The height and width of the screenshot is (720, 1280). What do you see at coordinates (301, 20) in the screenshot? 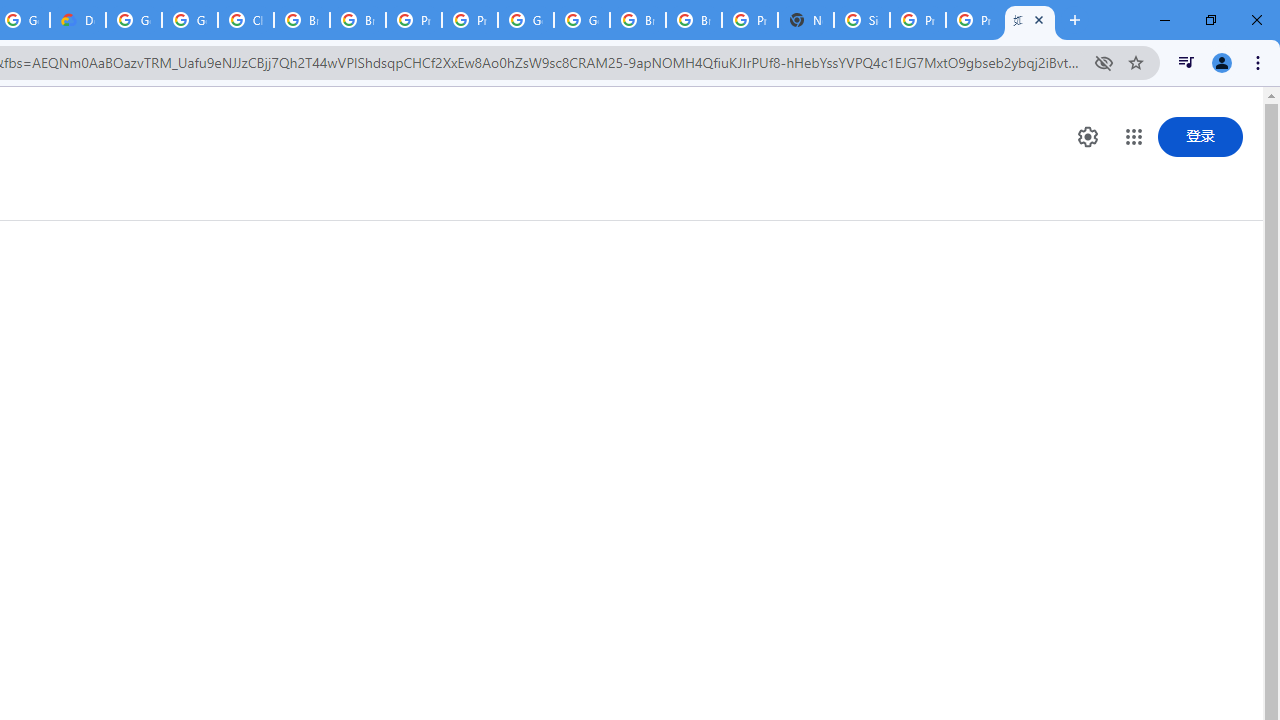
I see `'Browse Chrome as a guest - Computer - Google Chrome Help'` at bounding box center [301, 20].